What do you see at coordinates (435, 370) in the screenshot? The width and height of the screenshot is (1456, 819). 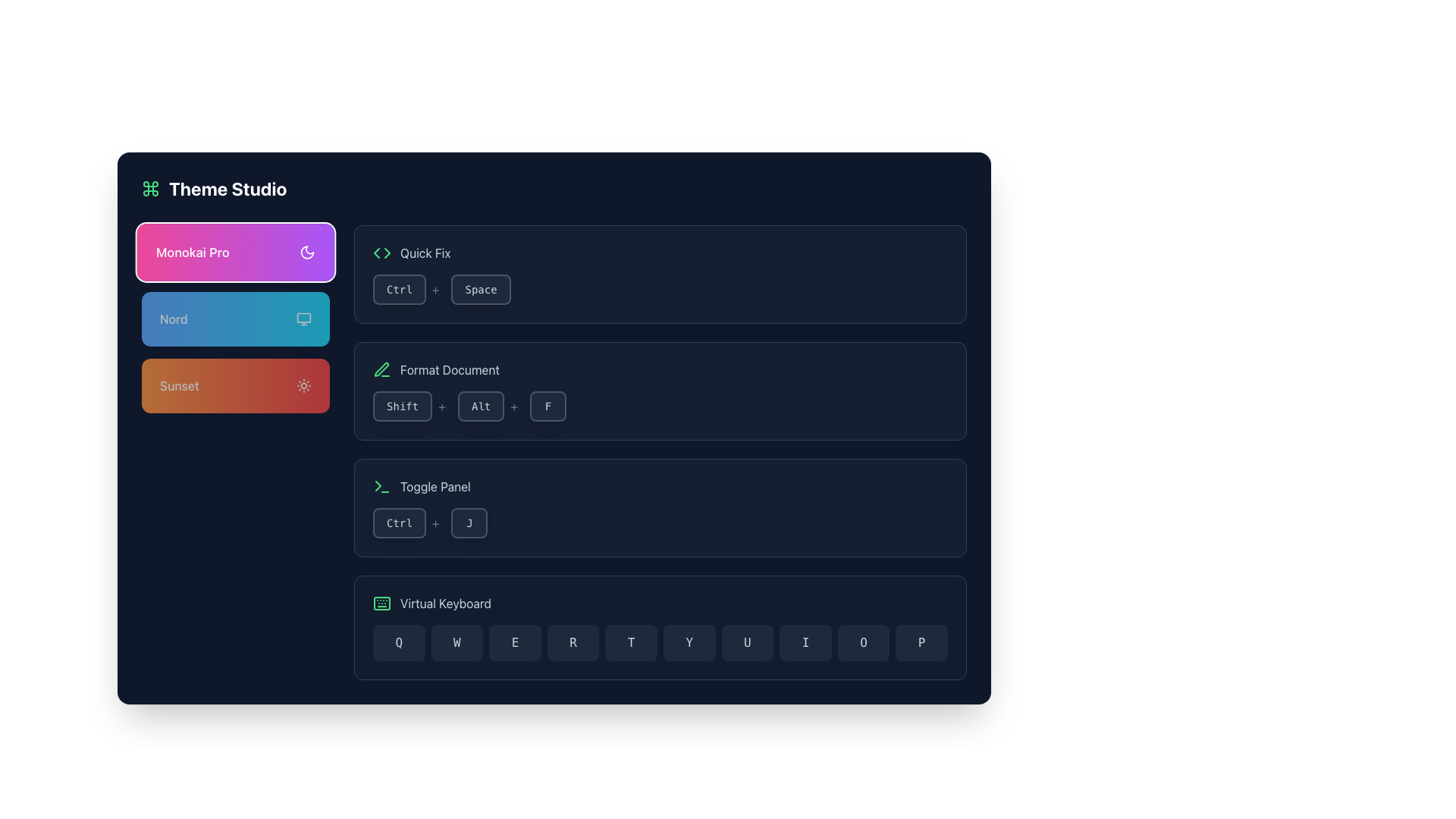 I see `the document formatting button located in the header section of the panel on the right-hand side, directly below the 'Quick Fix' header and above the 'Toggle Panel.'` at bounding box center [435, 370].